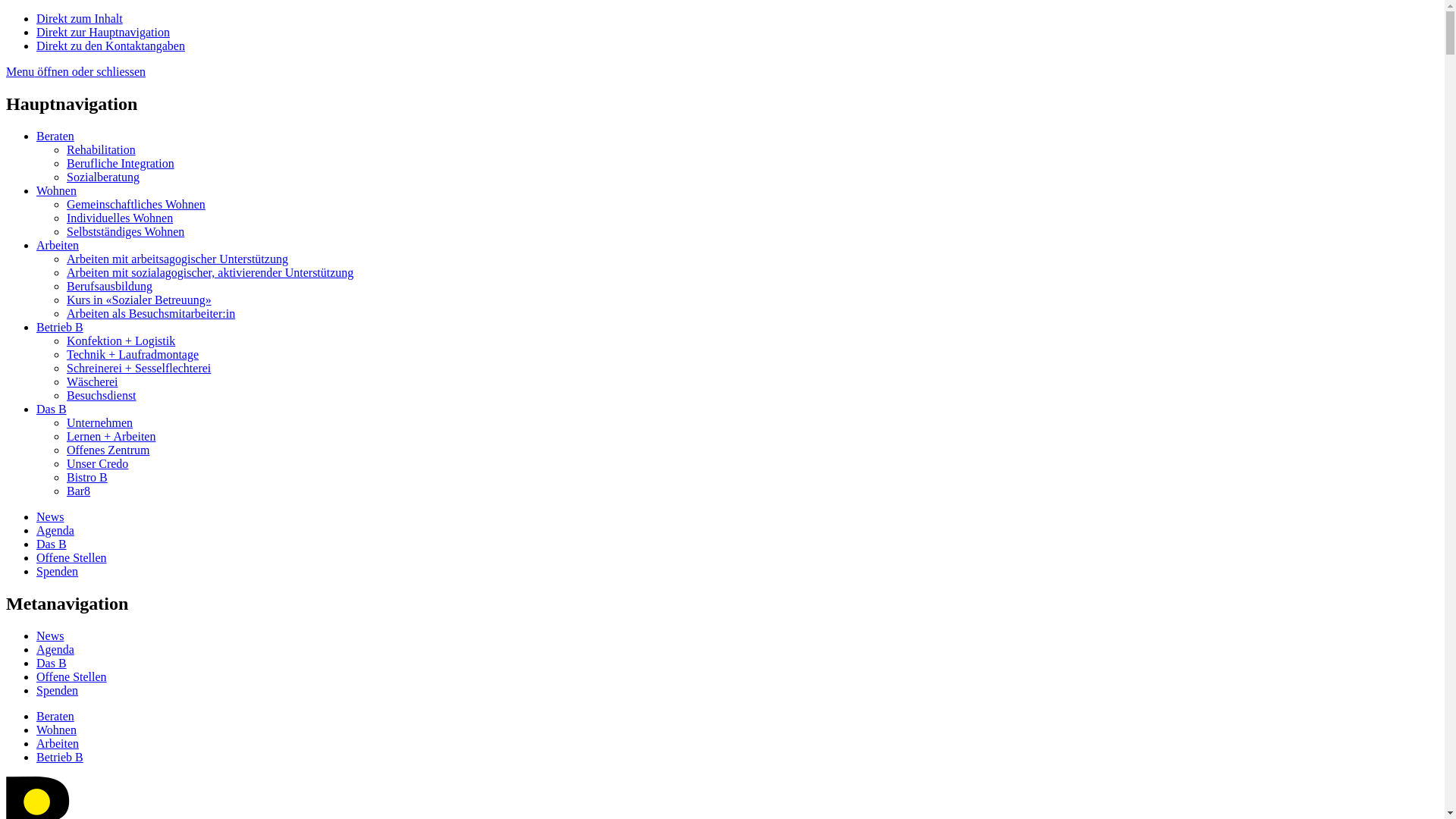 Image resolution: width=1456 pixels, height=819 pixels. Describe the element at coordinates (138, 368) in the screenshot. I see `'Schreinerei + Sesselflechterei'` at that location.